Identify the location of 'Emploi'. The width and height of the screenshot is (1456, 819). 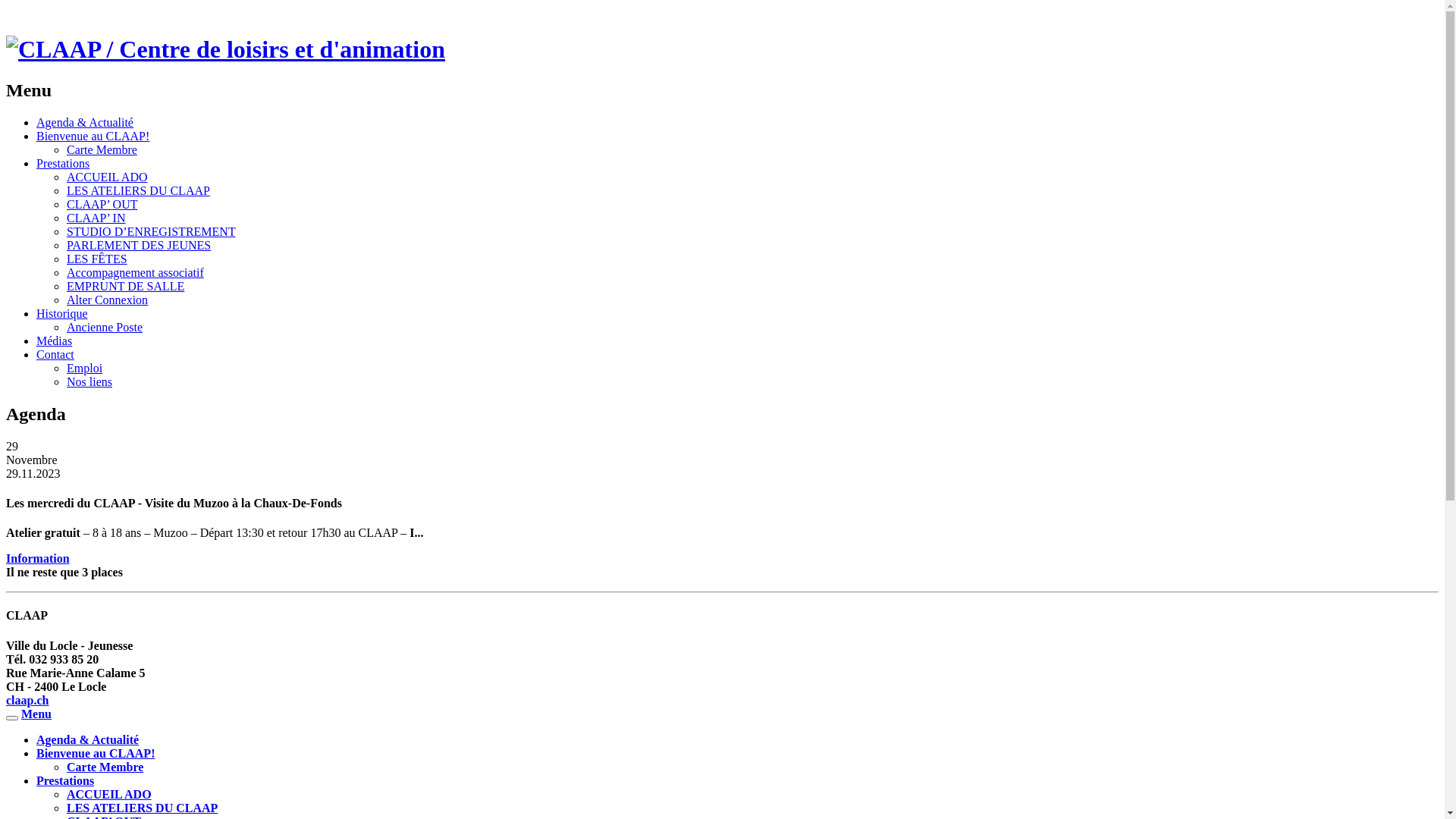
(83, 368).